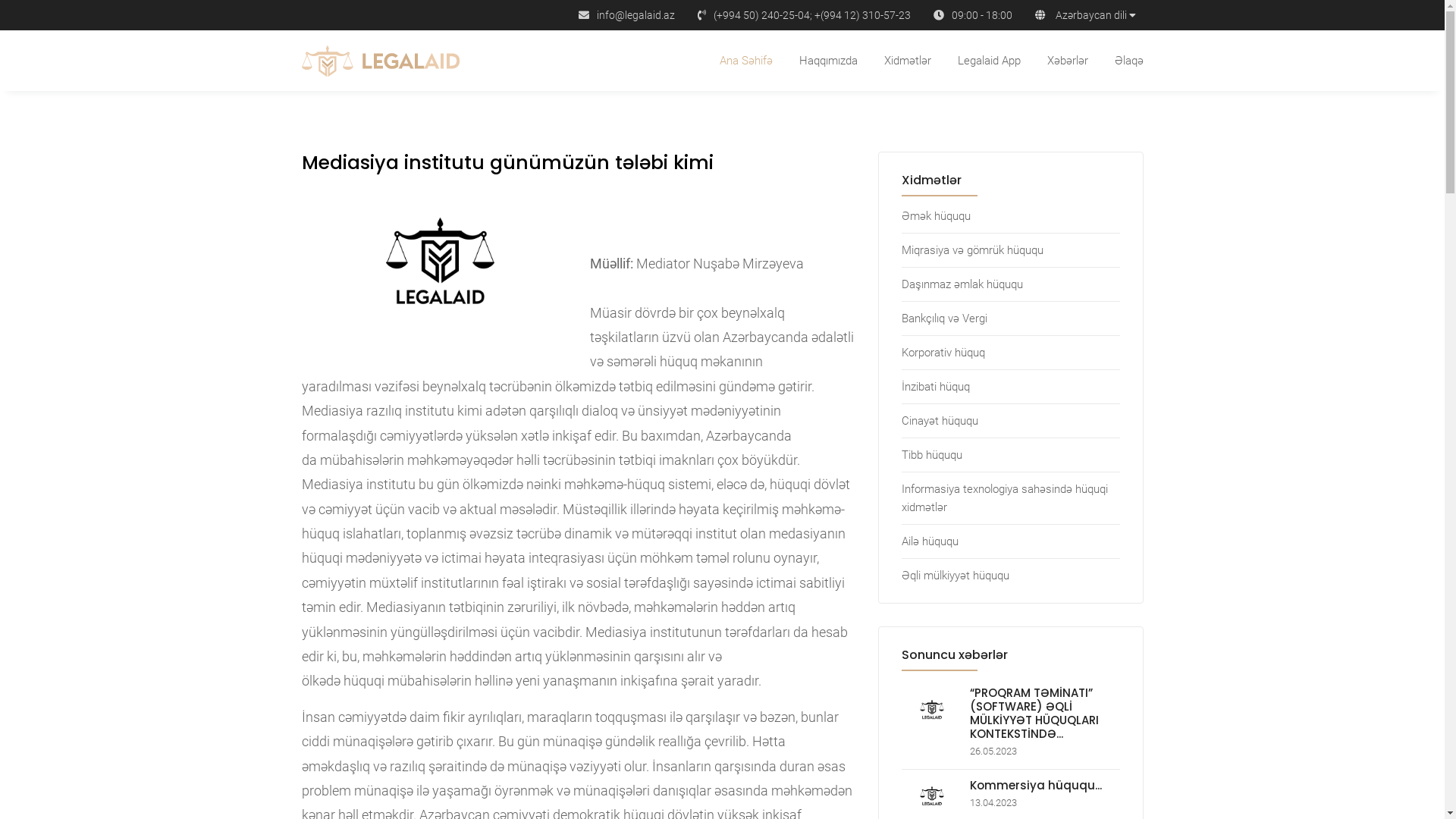 The height and width of the screenshot is (819, 1456). I want to click on '(+994 50) 240-25-04; +(994 12) 310-57-23', so click(811, 14).